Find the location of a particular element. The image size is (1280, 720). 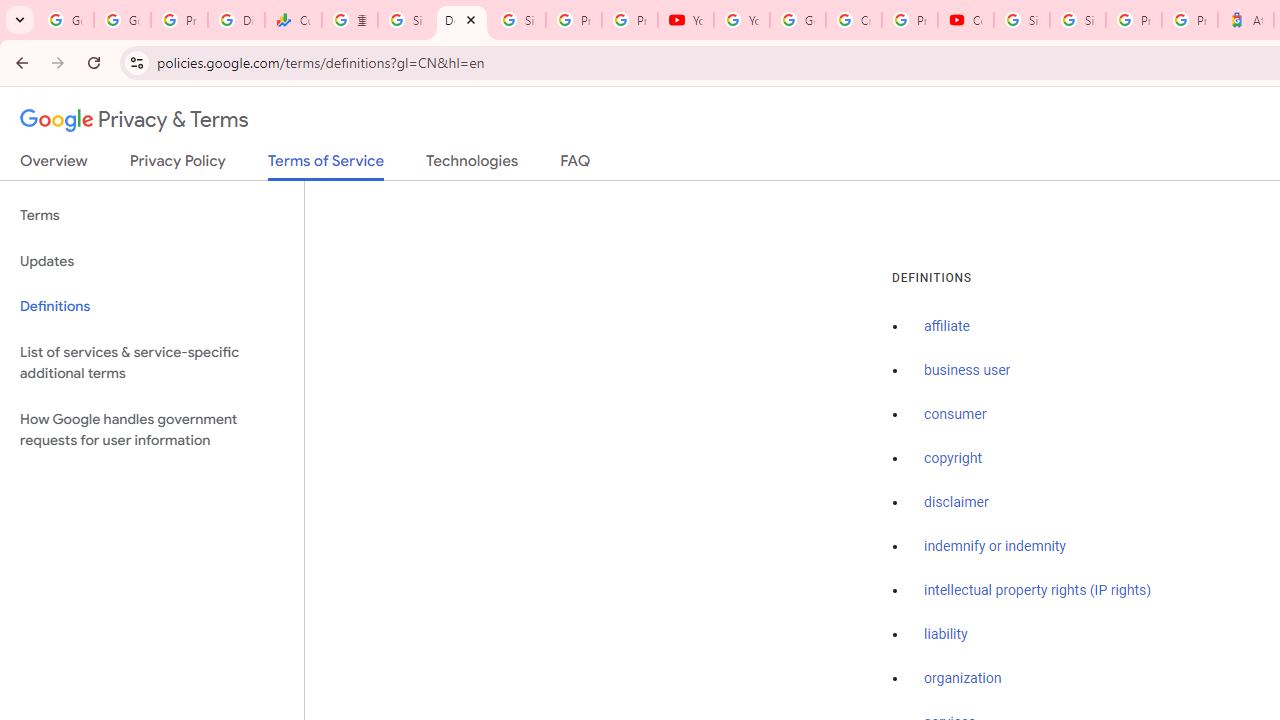

'How Google handles government requests for user information' is located at coordinates (151, 428).